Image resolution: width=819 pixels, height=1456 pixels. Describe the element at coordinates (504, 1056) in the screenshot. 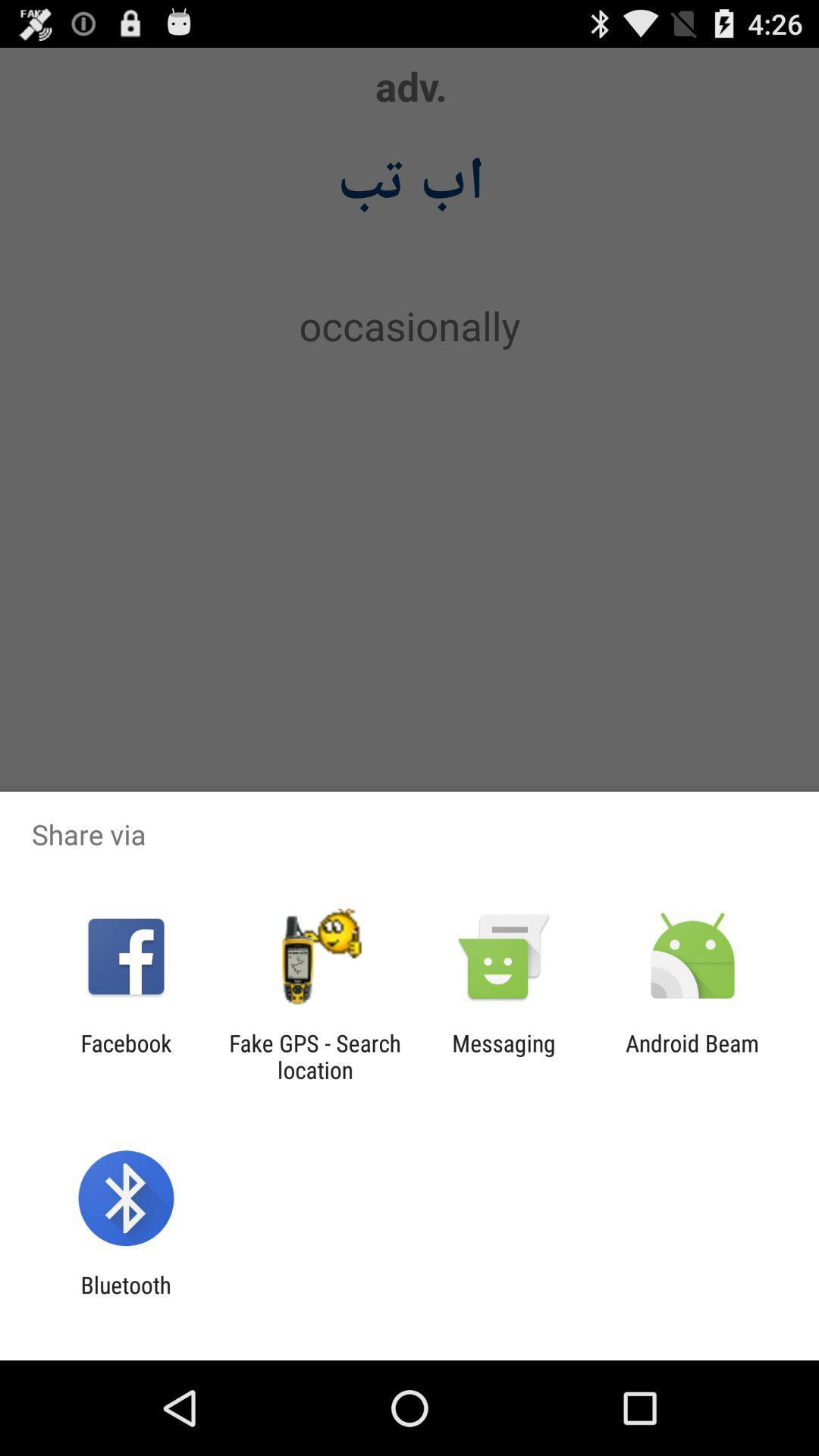

I see `app to the right of the fake gps search` at that location.